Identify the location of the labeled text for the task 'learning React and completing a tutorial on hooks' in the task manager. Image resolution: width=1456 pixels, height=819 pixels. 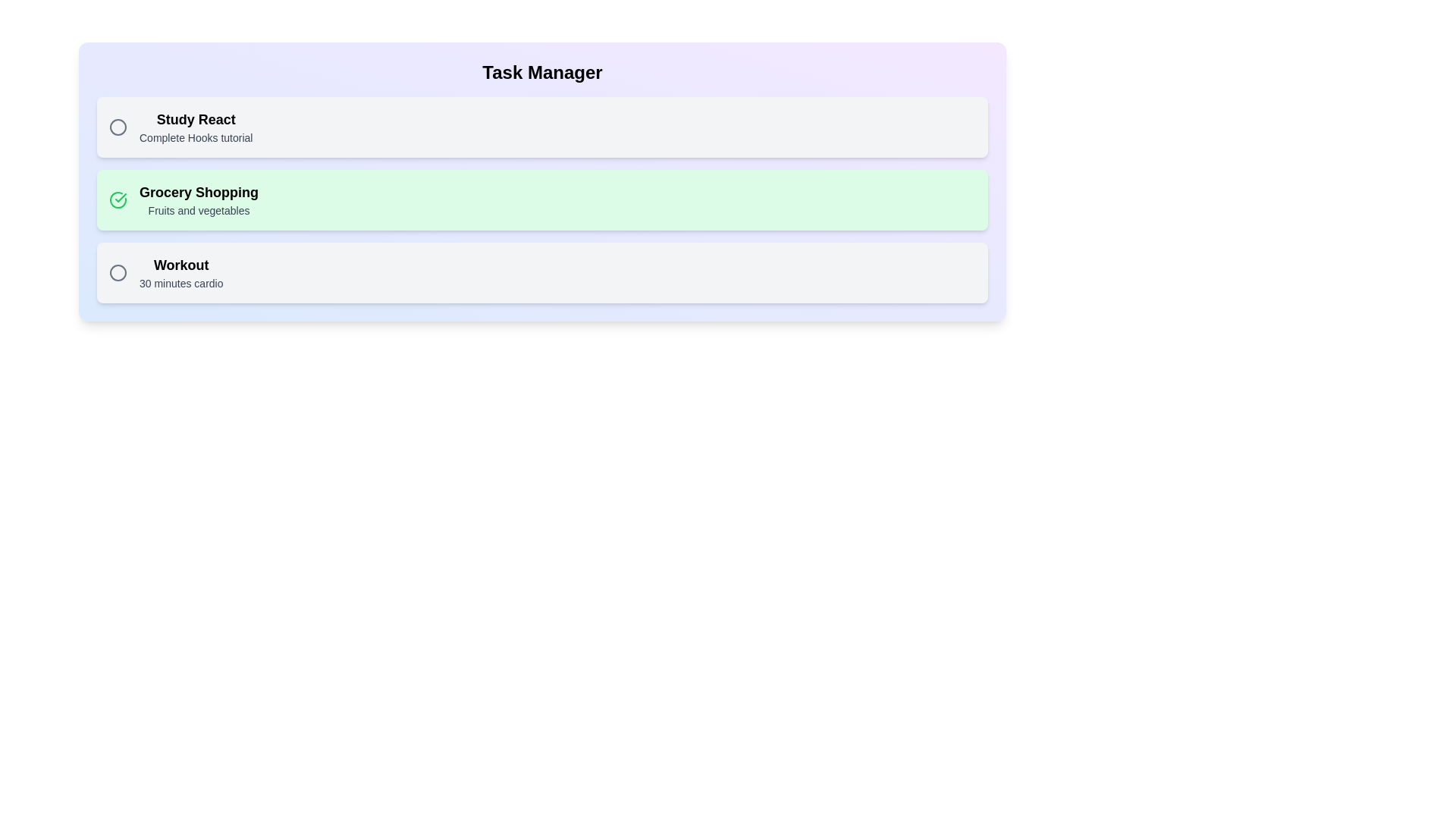
(195, 127).